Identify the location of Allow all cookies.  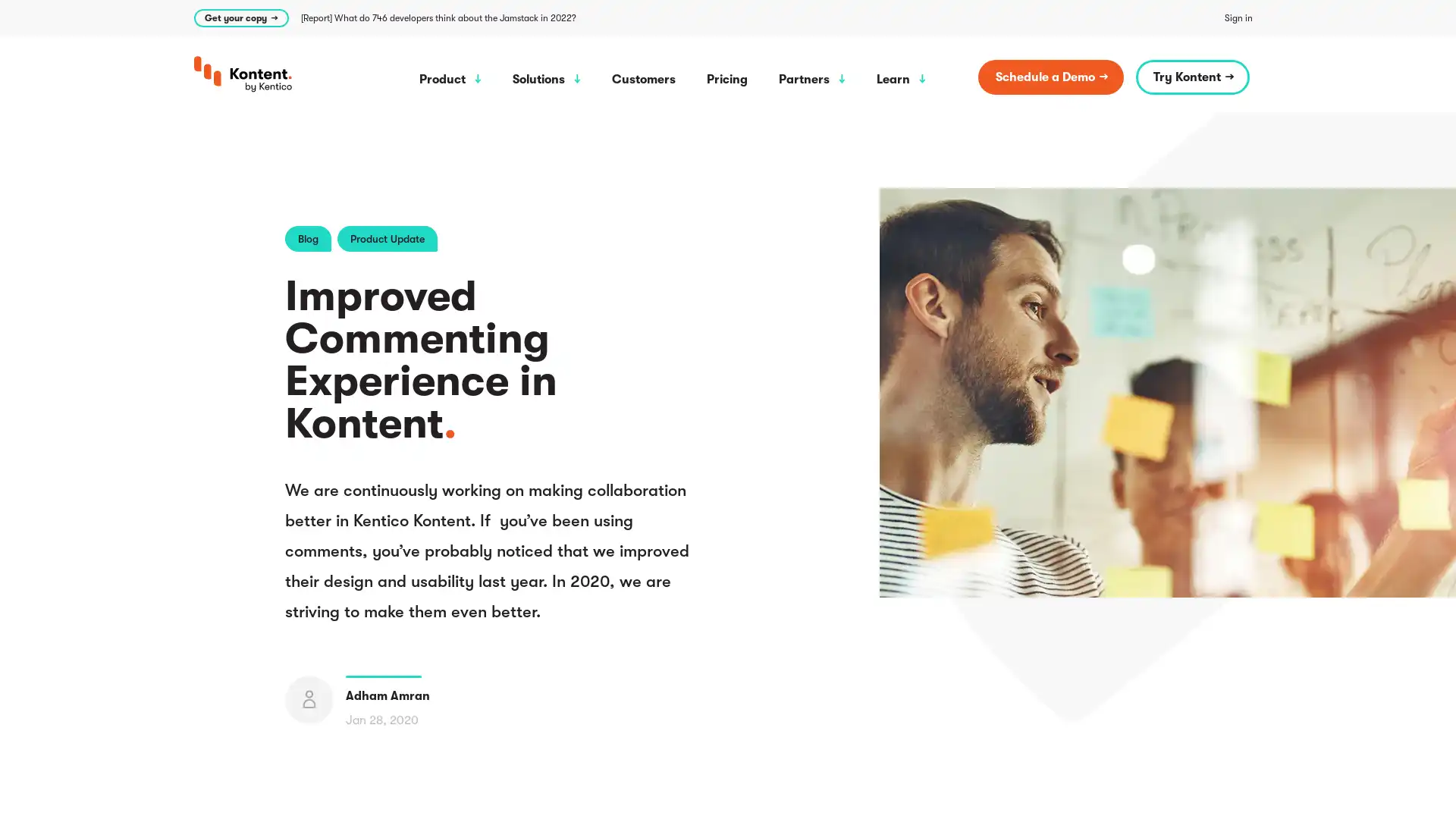
(979, 413).